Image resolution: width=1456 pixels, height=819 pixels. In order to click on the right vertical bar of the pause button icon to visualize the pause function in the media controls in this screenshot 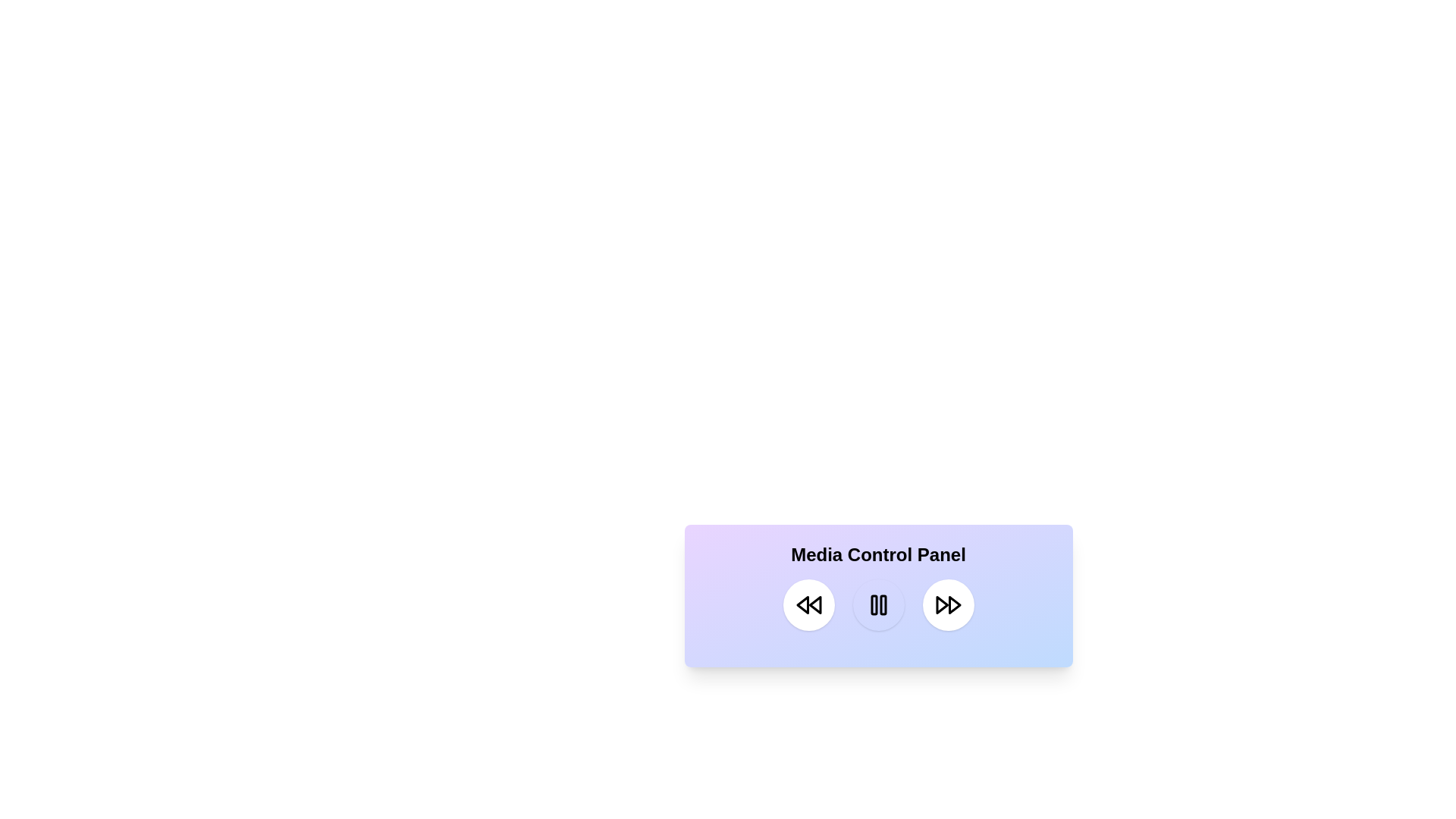, I will do `click(883, 604)`.